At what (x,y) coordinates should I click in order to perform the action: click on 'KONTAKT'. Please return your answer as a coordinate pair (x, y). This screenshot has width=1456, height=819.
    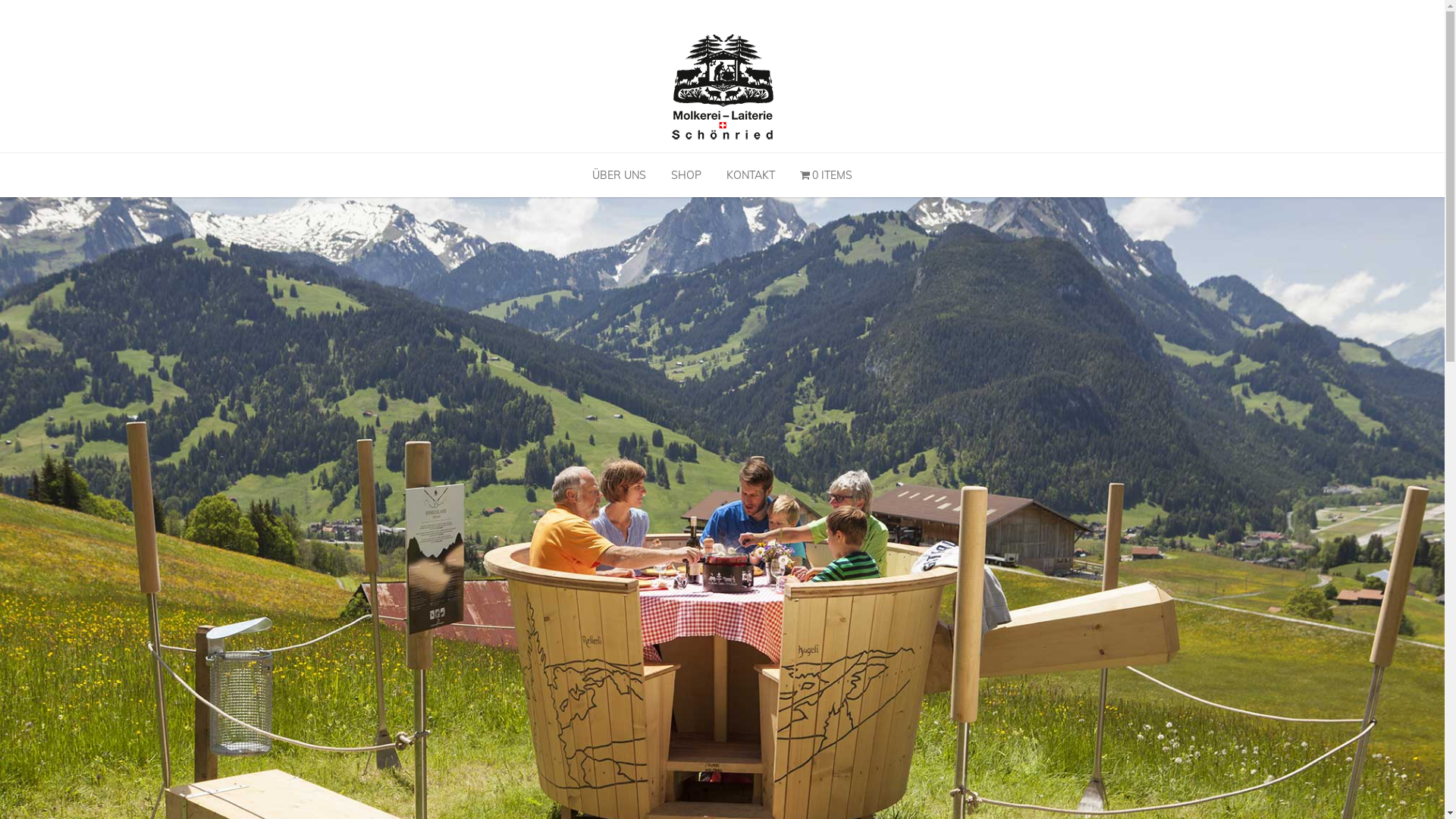
    Looking at the image, I should click on (750, 174).